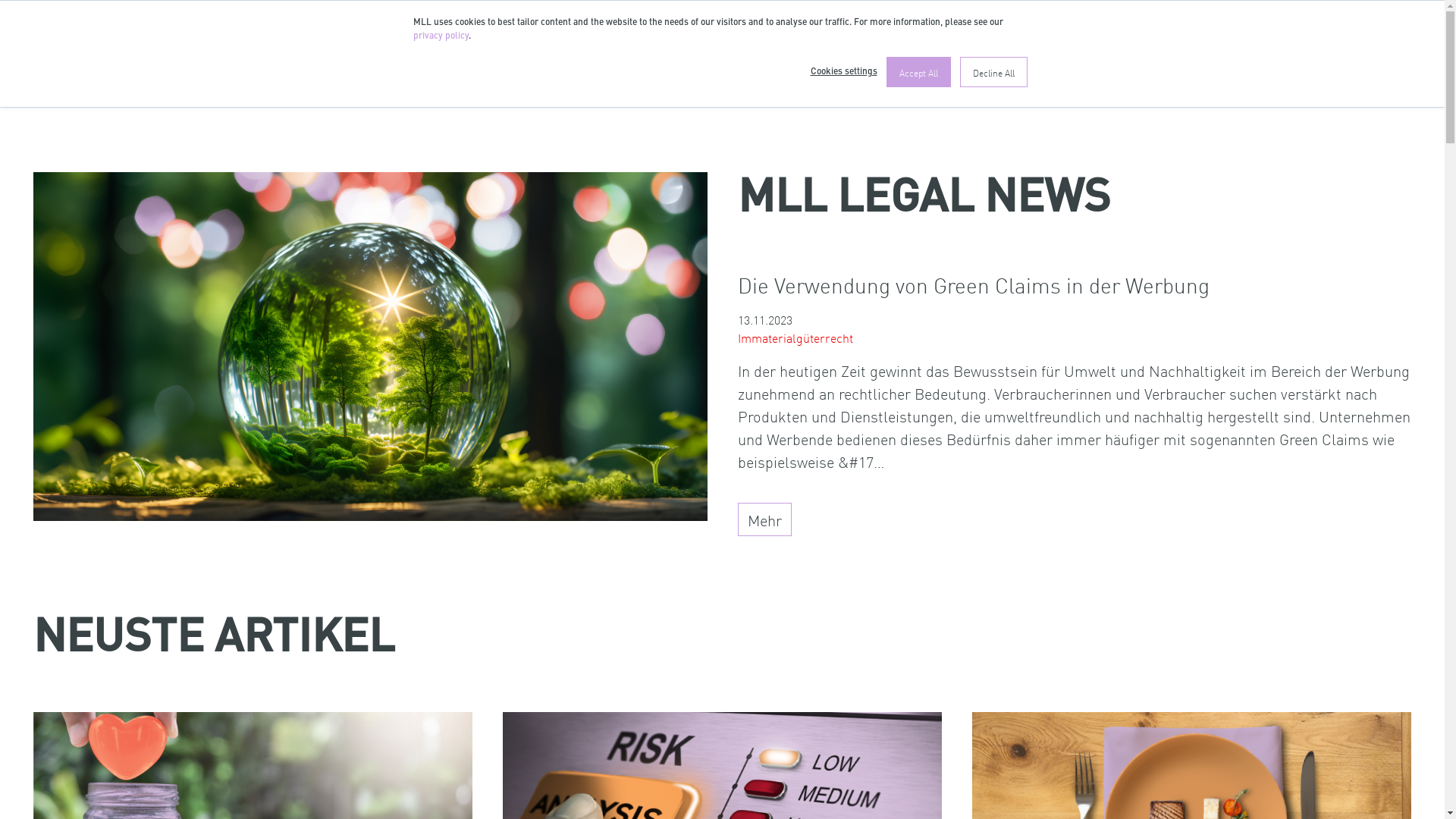 This screenshot has height=819, width=1456. What do you see at coordinates (439, 35) in the screenshot?
I see `'privacy policy'` at bounding box center [439, 35].